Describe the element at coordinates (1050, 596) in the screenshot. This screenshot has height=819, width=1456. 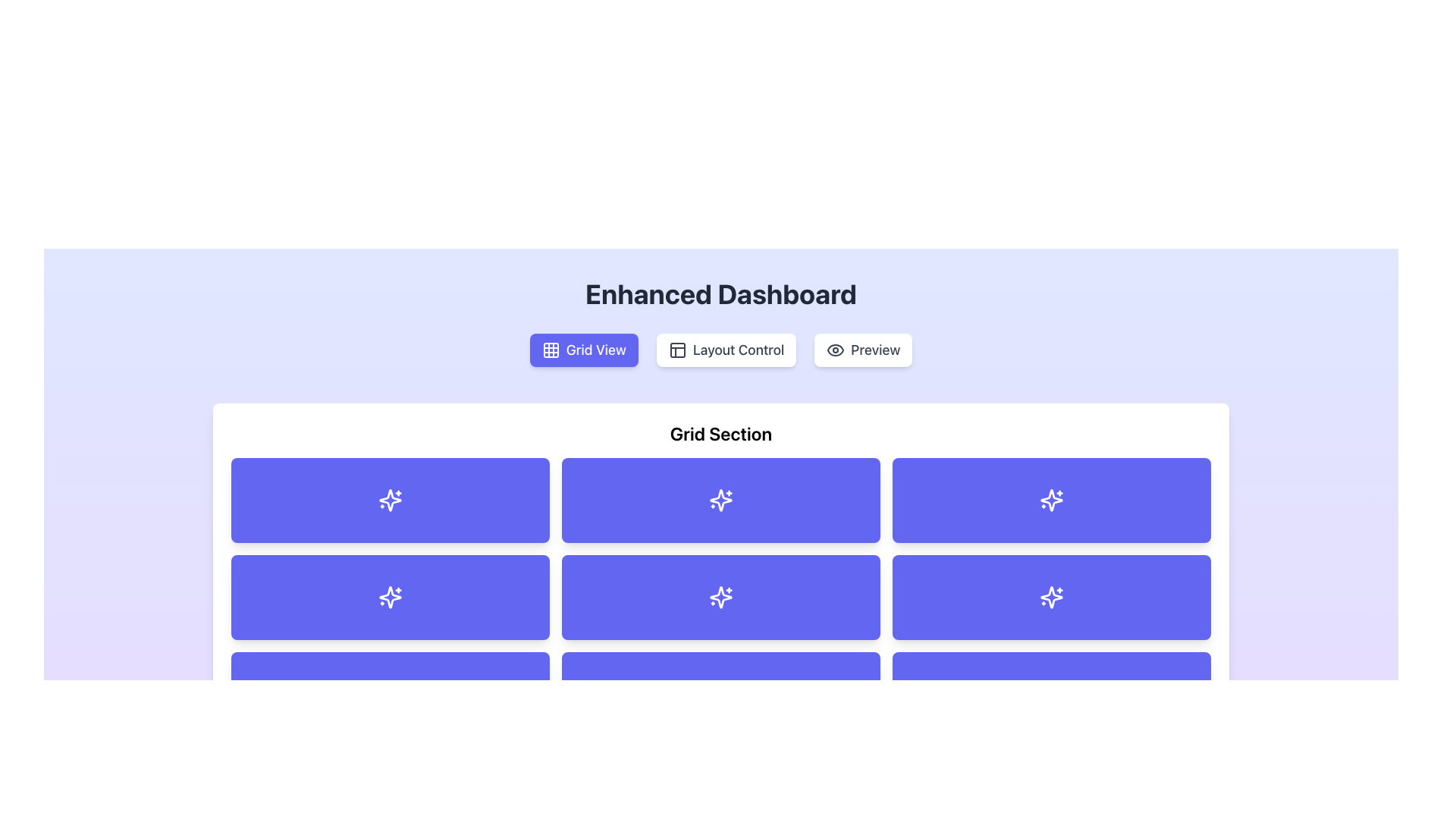
I see `the button located in the third column of the grid in the second row within the 'Grid Section' of the application interface` at that location.